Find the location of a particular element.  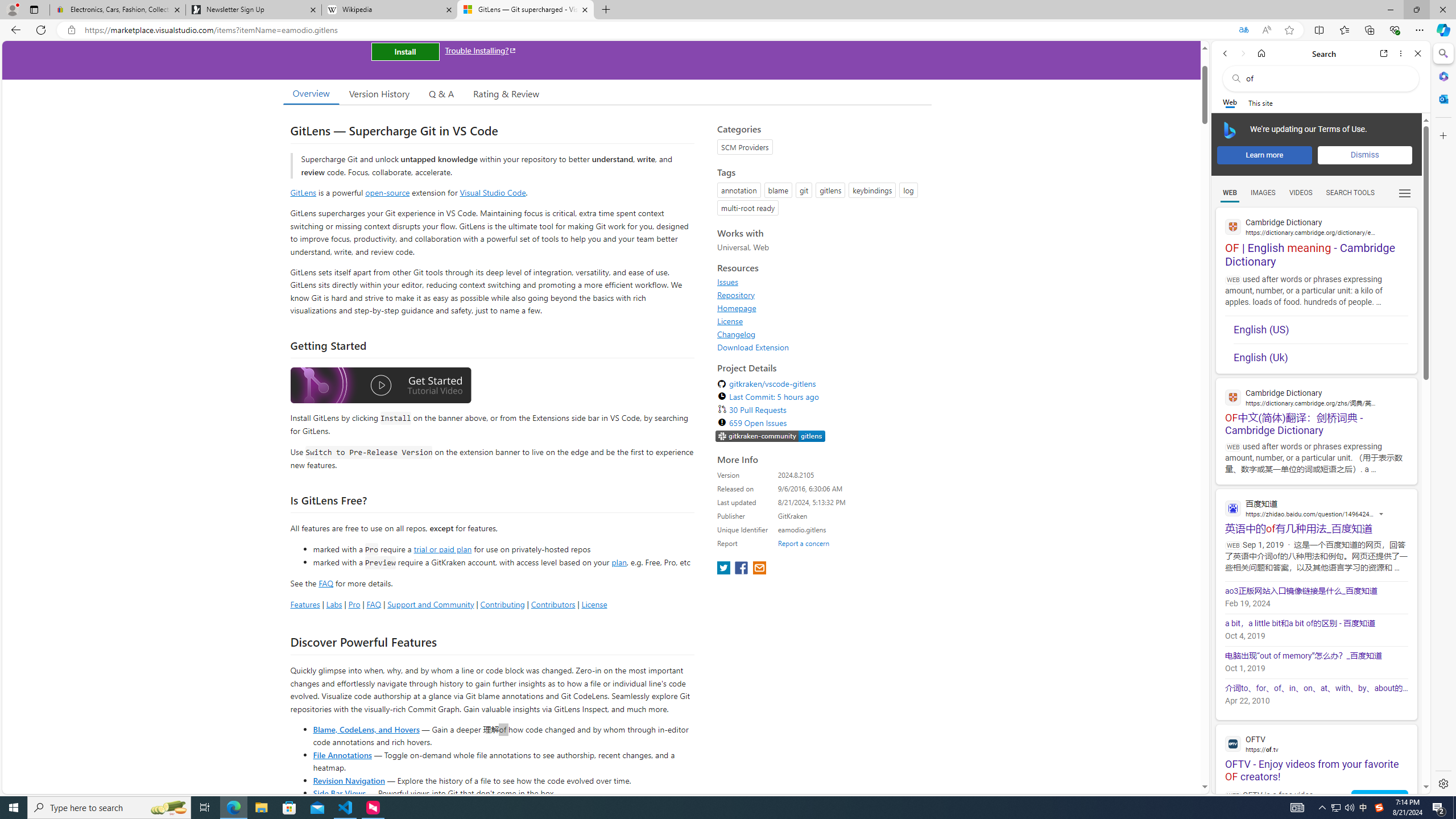

'Repository' is located at coordinates (735, 294).